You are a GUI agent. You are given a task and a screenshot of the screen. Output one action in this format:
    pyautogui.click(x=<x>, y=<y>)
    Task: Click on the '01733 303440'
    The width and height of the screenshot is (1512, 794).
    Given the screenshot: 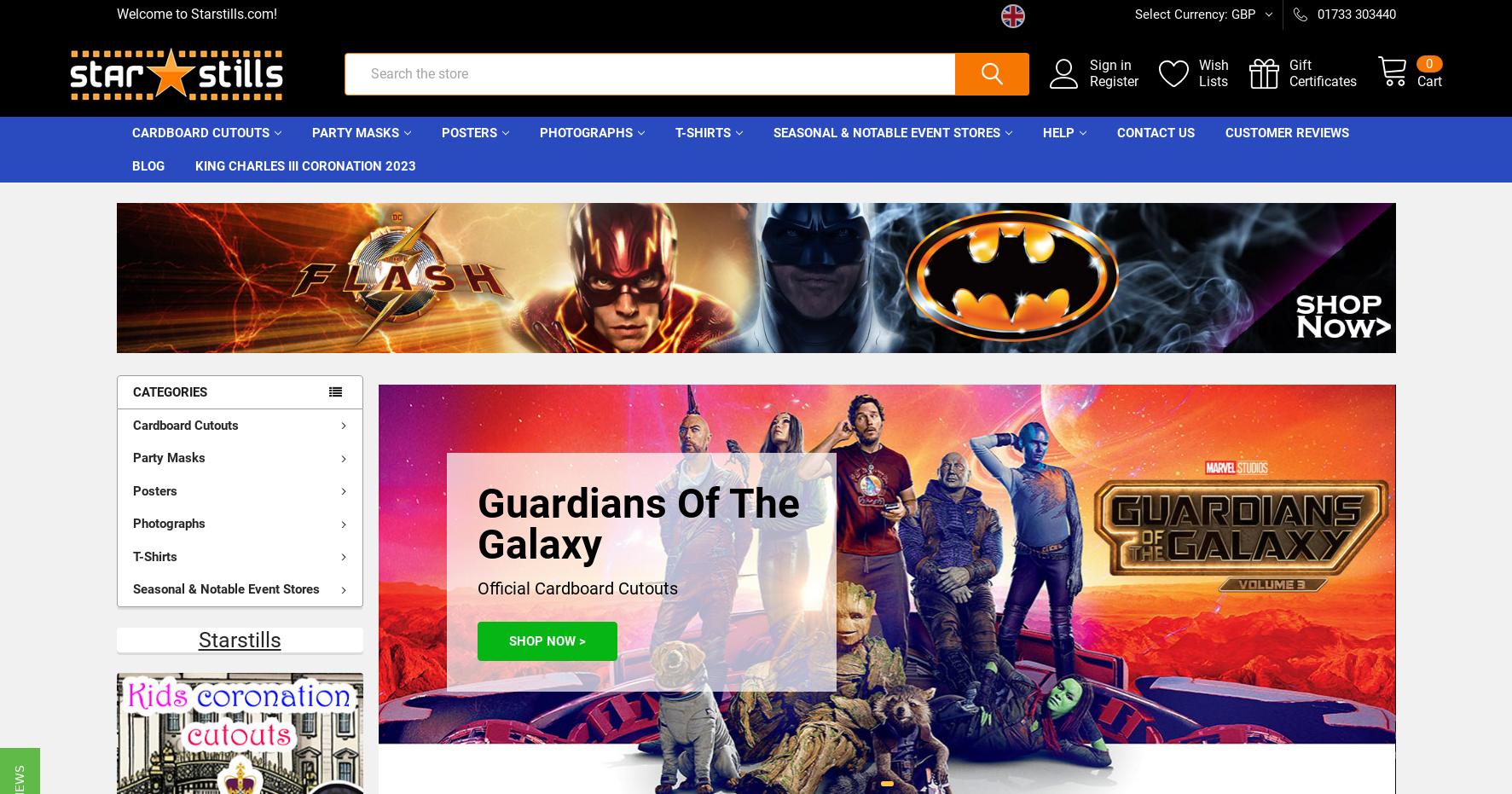 What is the action you would take?
    pyautogui.click(x=1355, y=14)
    